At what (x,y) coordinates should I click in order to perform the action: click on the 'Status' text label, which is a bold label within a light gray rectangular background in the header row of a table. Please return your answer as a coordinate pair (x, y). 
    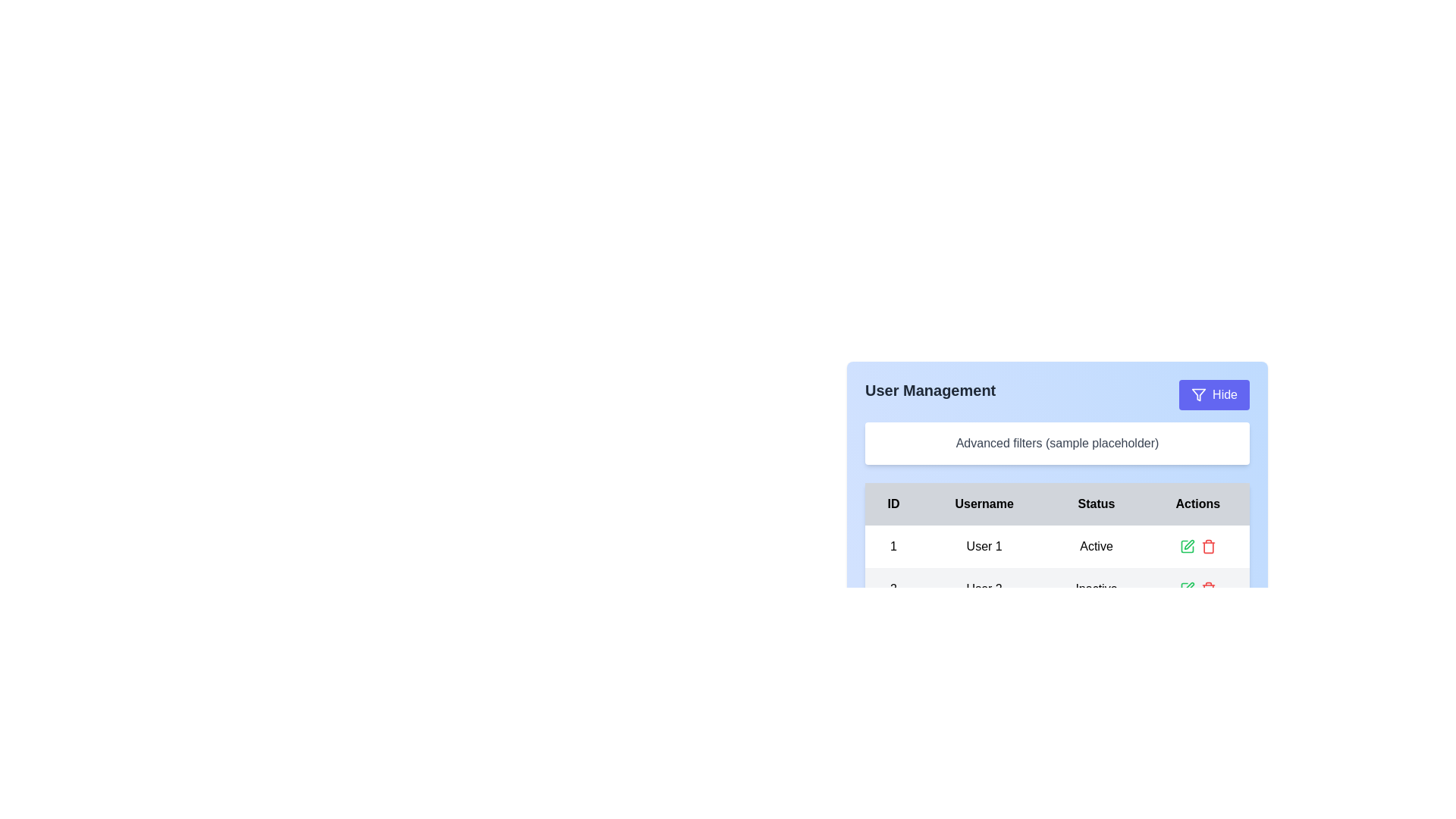
    Looking at the image, I should click on (1096, 504).